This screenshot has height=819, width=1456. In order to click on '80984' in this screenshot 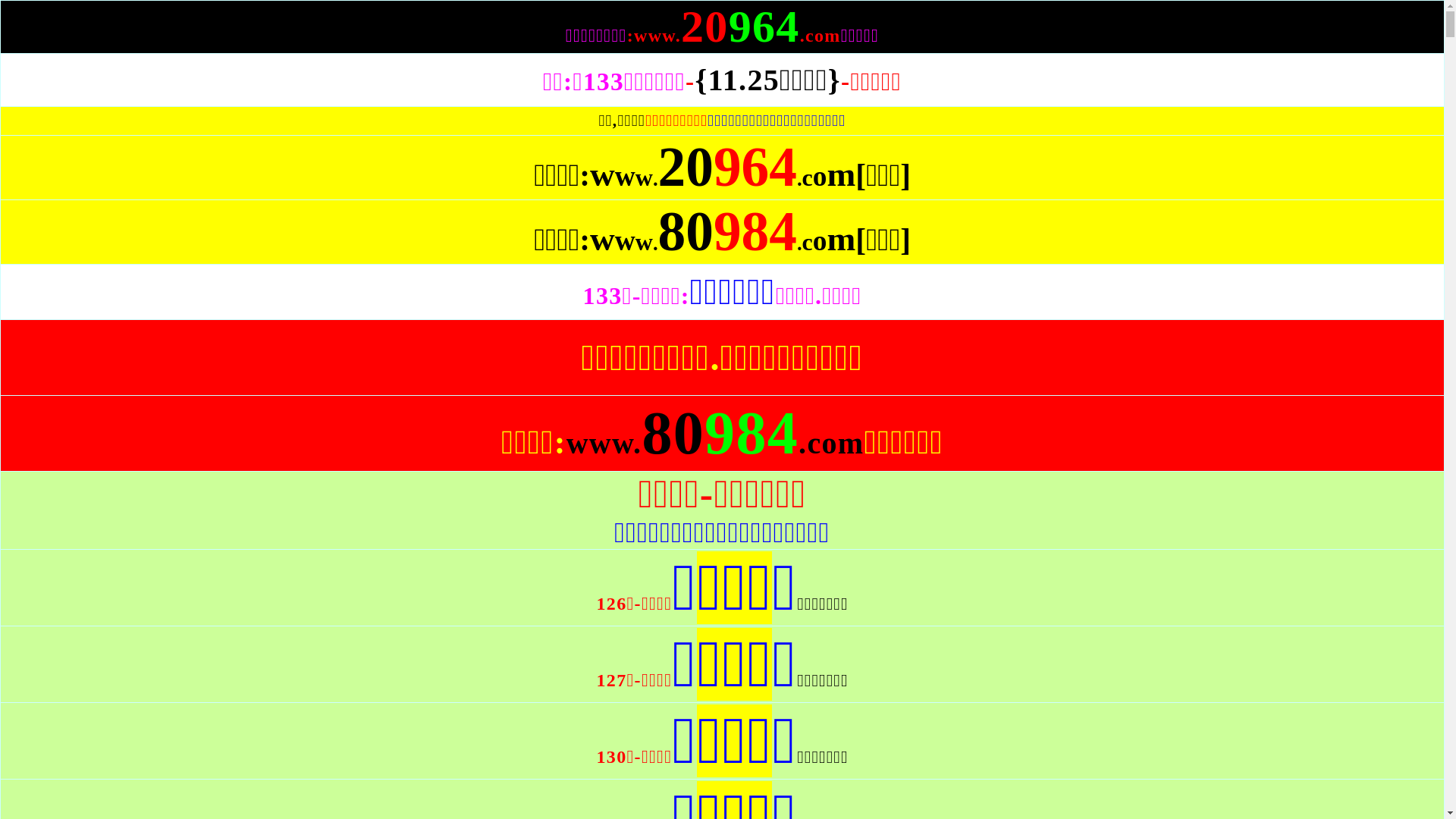, I will do `click(726, 246)`.